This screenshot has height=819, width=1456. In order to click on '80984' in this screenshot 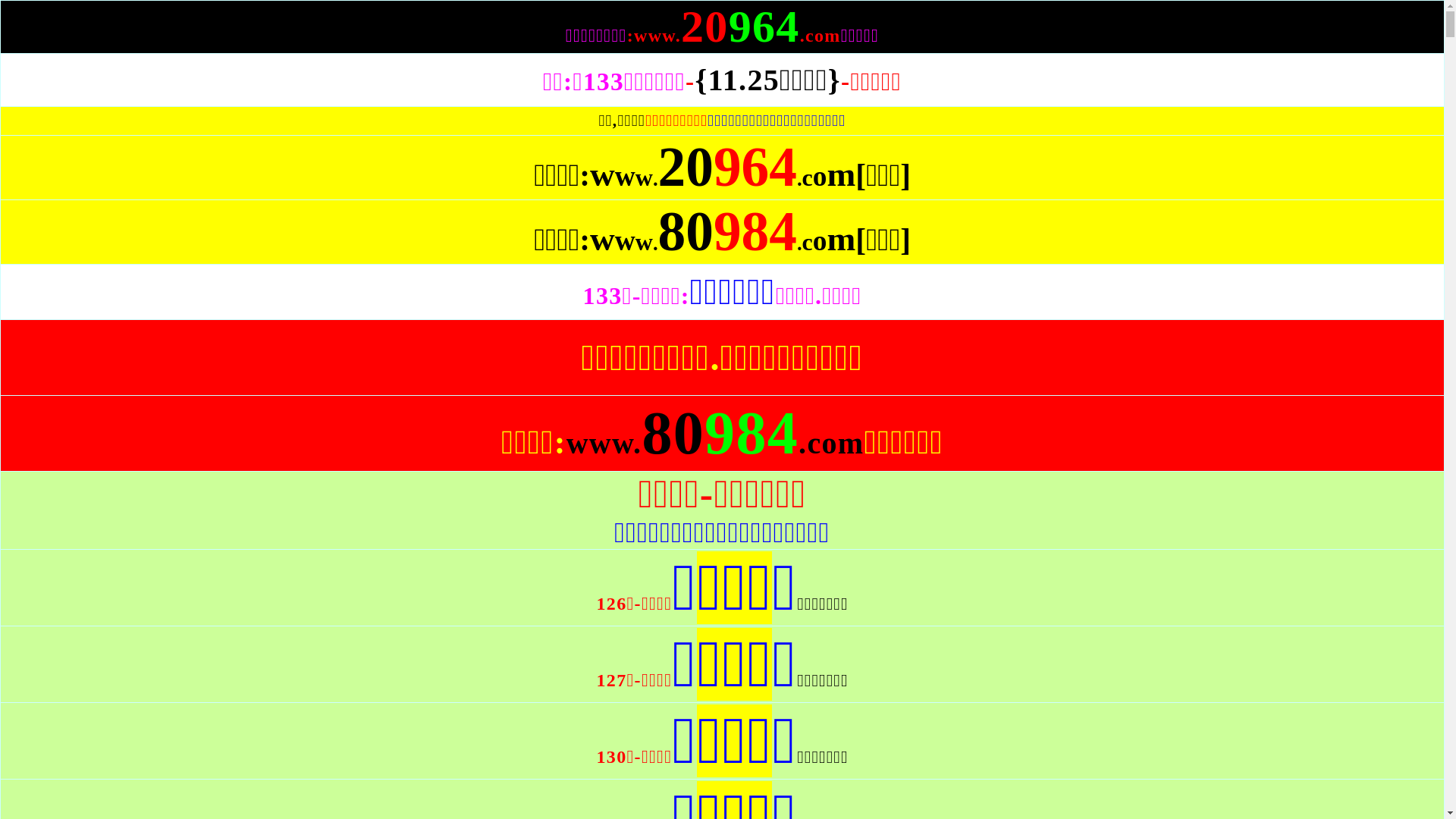, I will do `click(726, 246)`.